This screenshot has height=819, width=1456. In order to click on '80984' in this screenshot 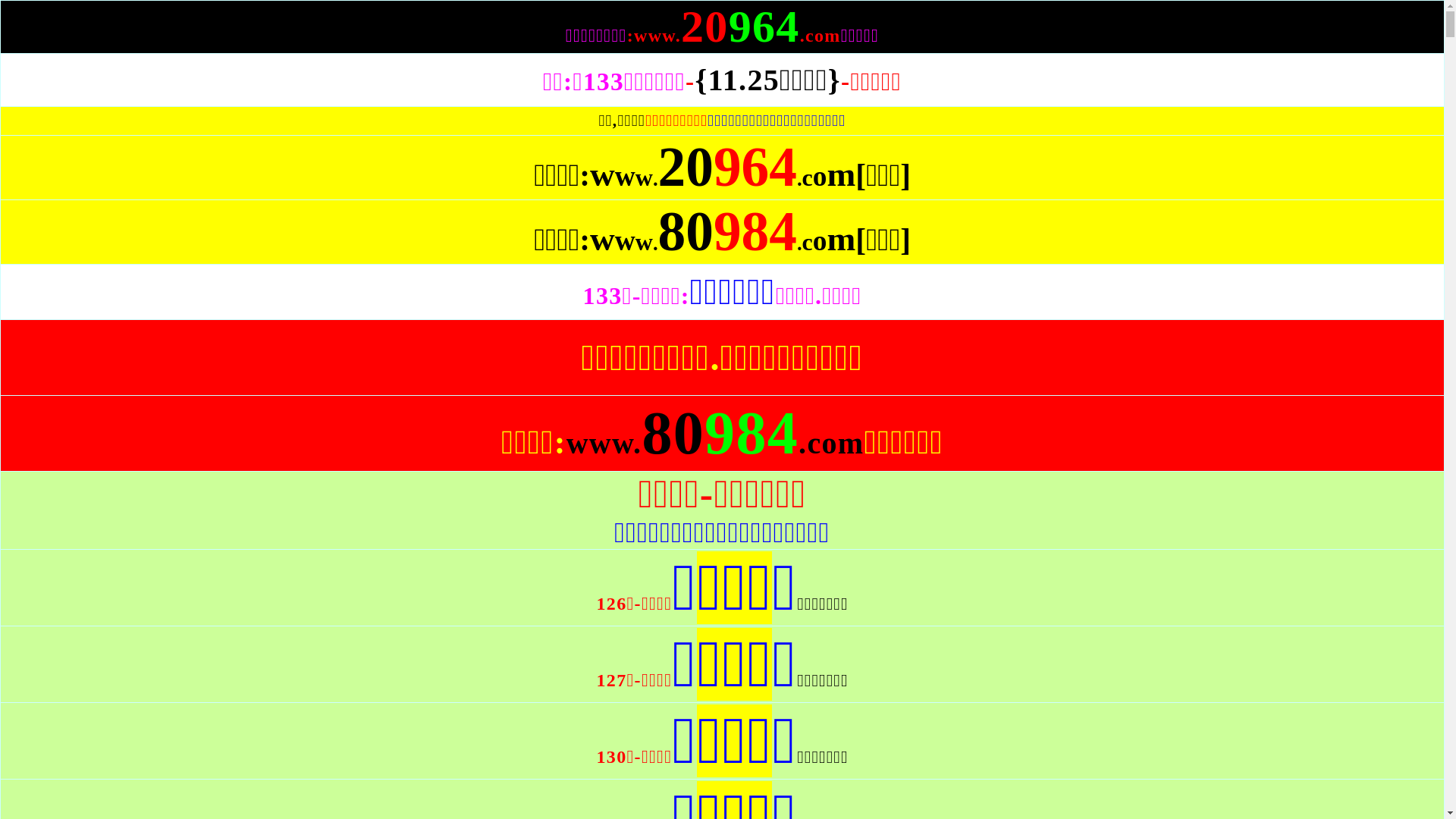, I will do `click(726, 246)`.